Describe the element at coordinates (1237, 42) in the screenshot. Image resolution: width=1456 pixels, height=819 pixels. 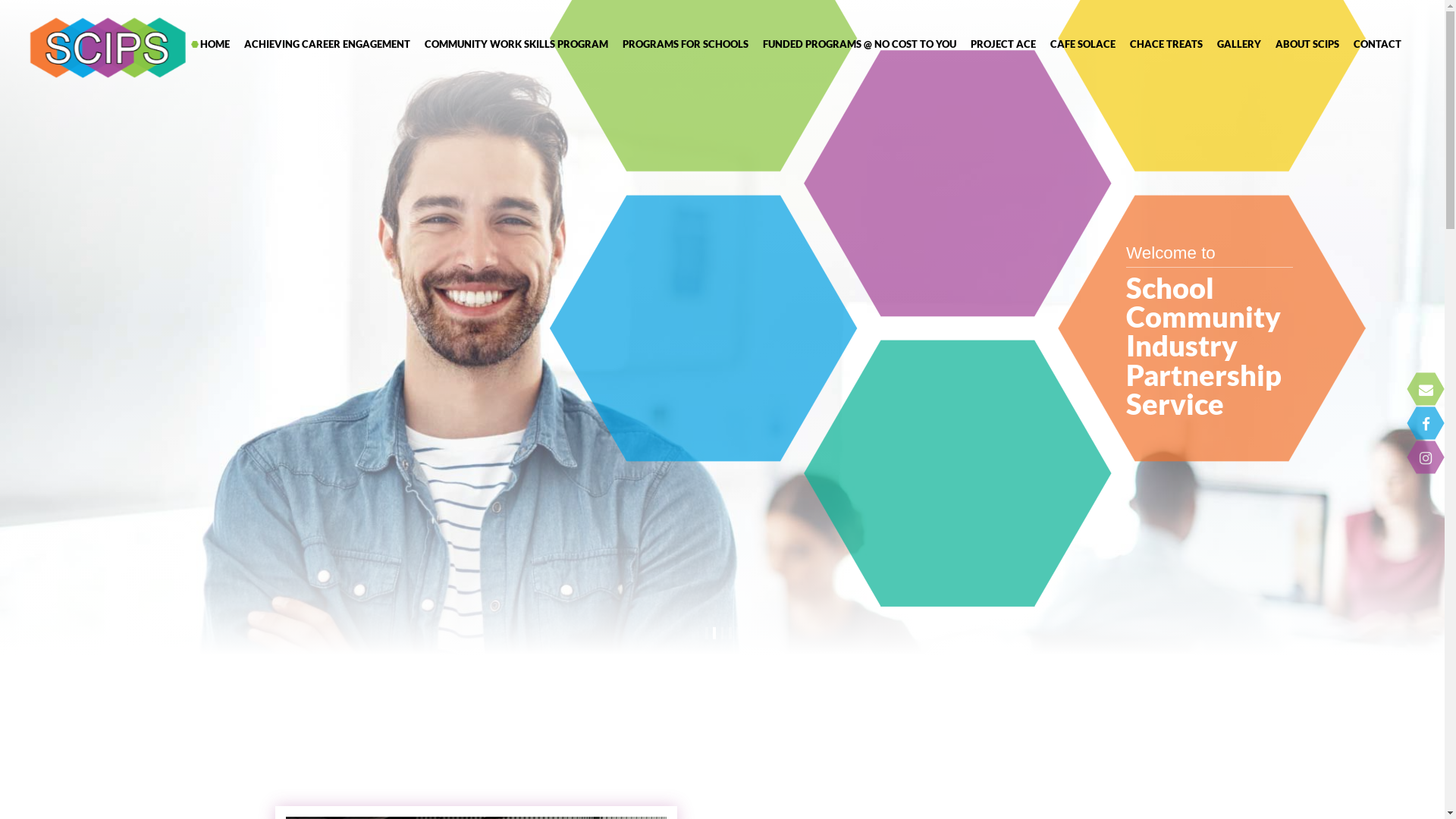
I see `'GALLERY'` at that location.